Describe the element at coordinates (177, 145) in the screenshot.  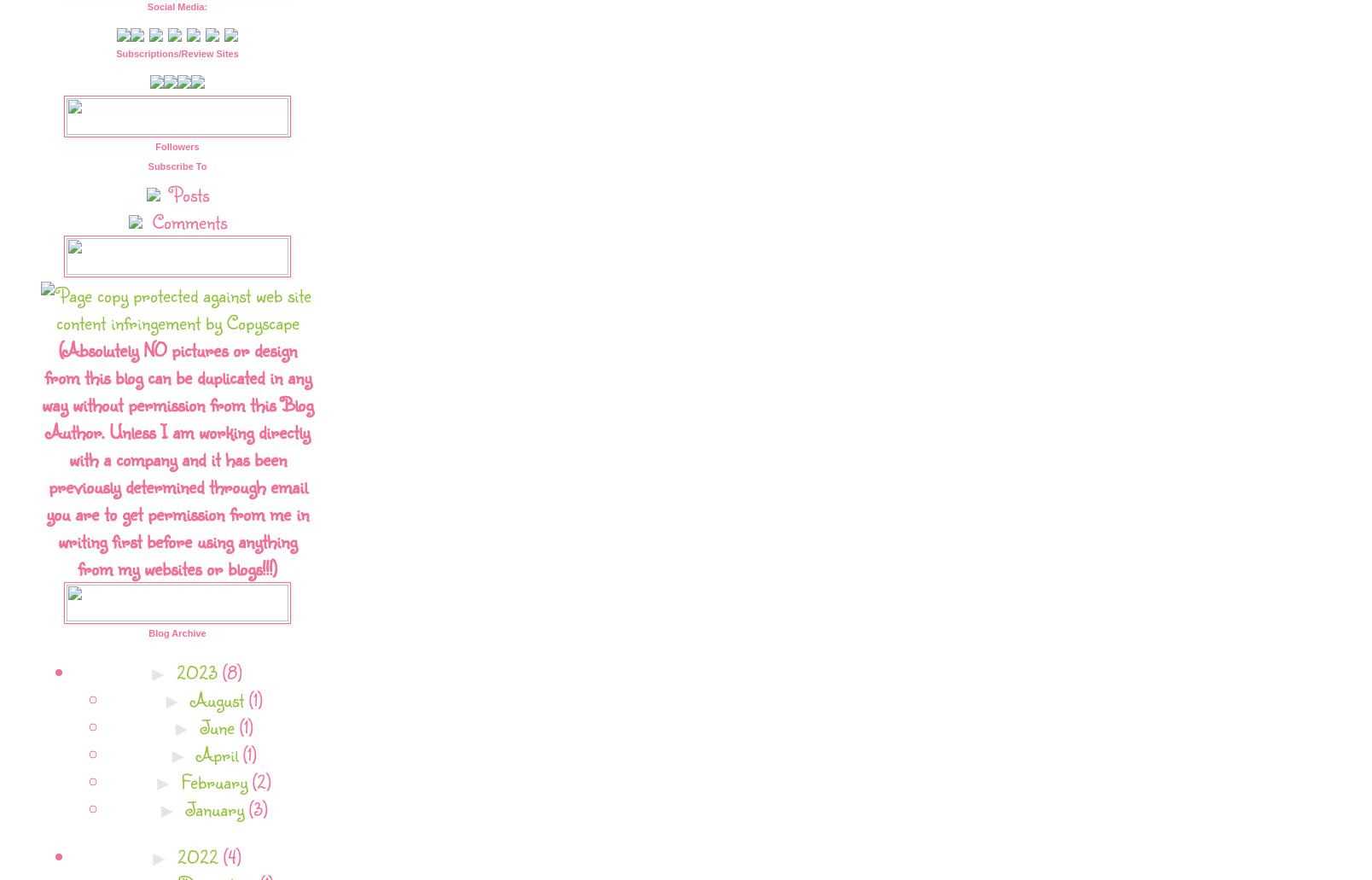
I see `'Followers'` at that location.